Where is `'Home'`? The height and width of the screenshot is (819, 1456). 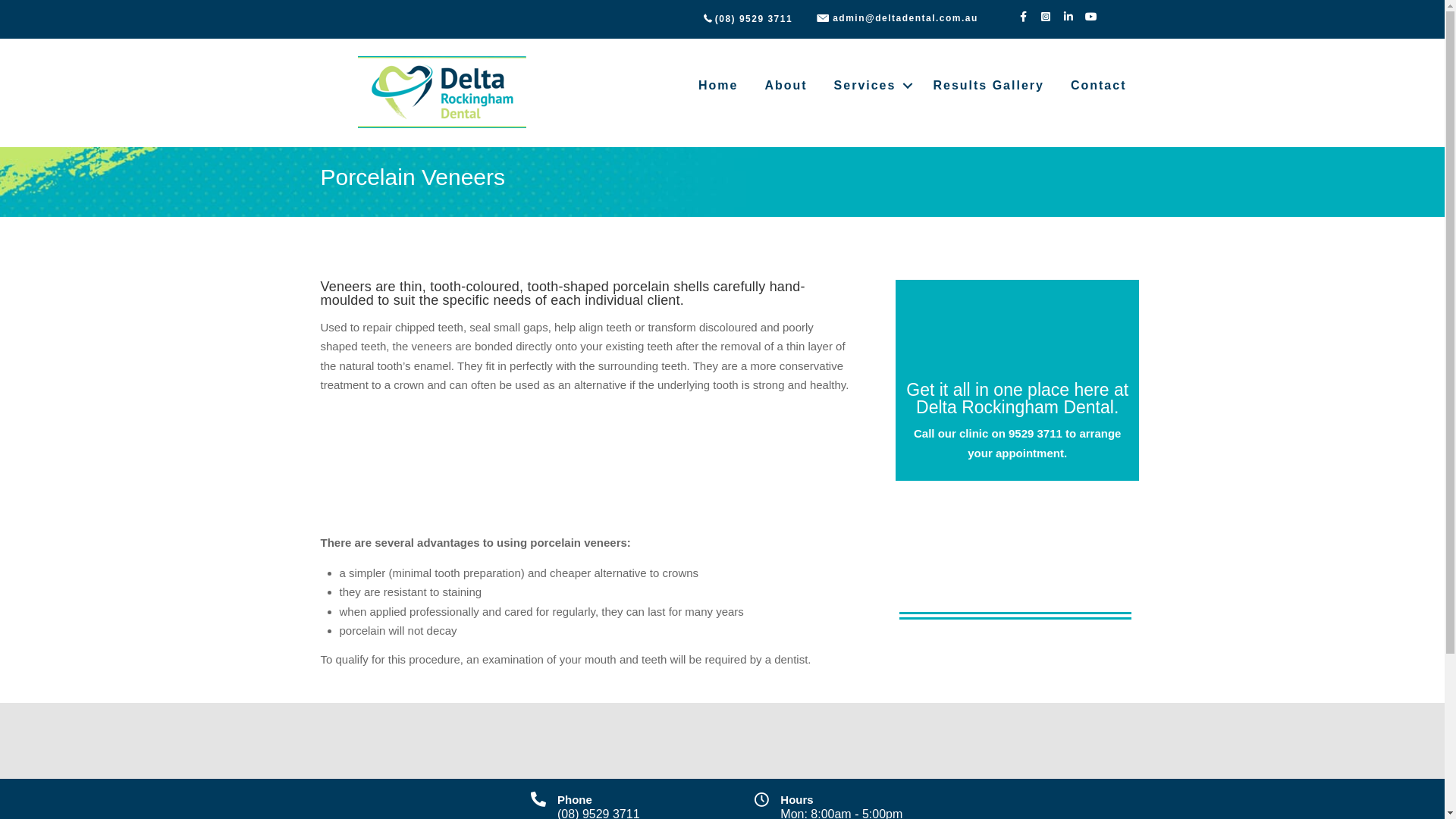 'Home' is located at coordinates (717, 85).